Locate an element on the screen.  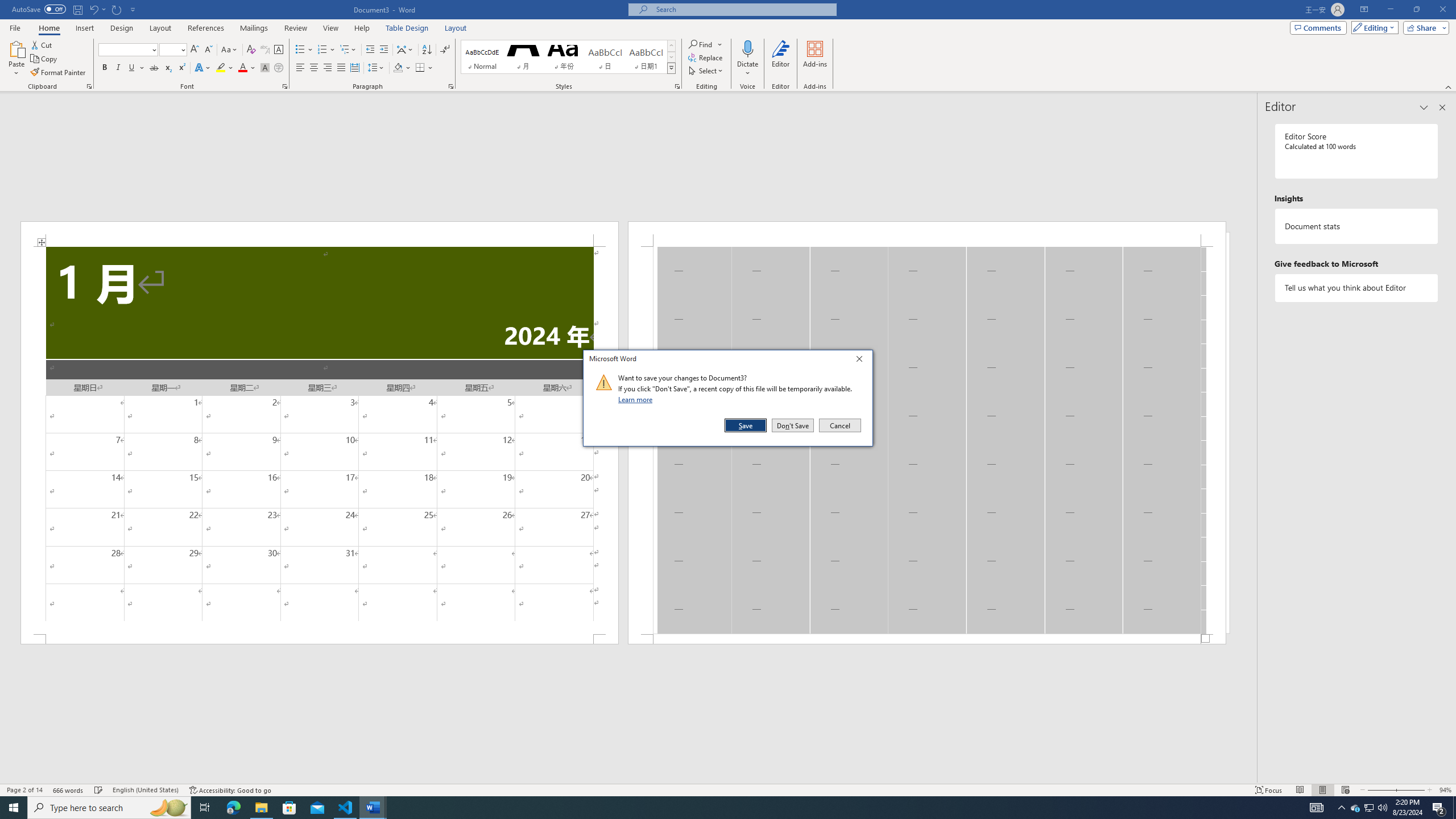
'Text Effects and Typography' is located at coordinates (201, 67).